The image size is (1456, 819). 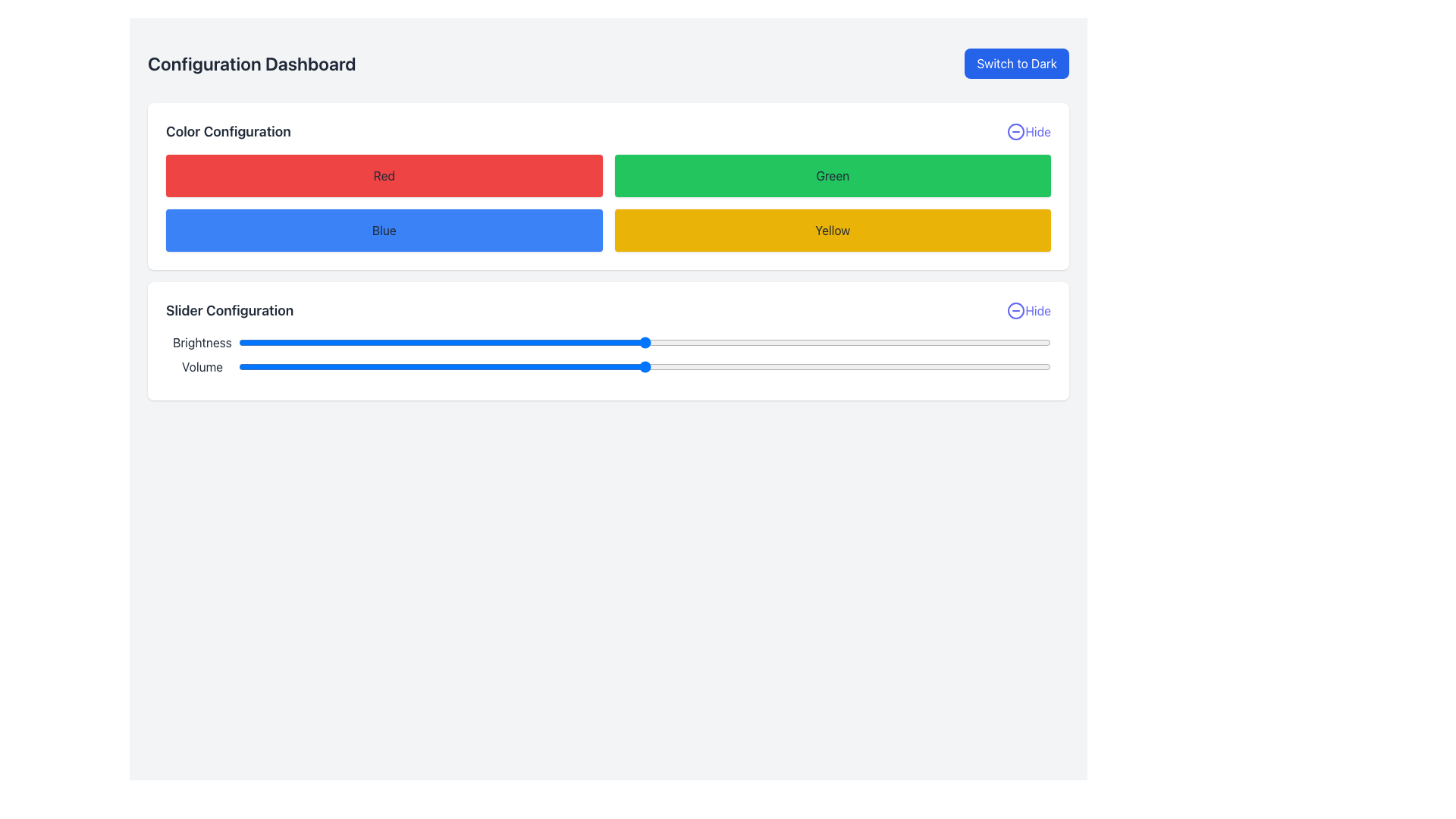 I want to click on volume, so click(x=1042, y=366).